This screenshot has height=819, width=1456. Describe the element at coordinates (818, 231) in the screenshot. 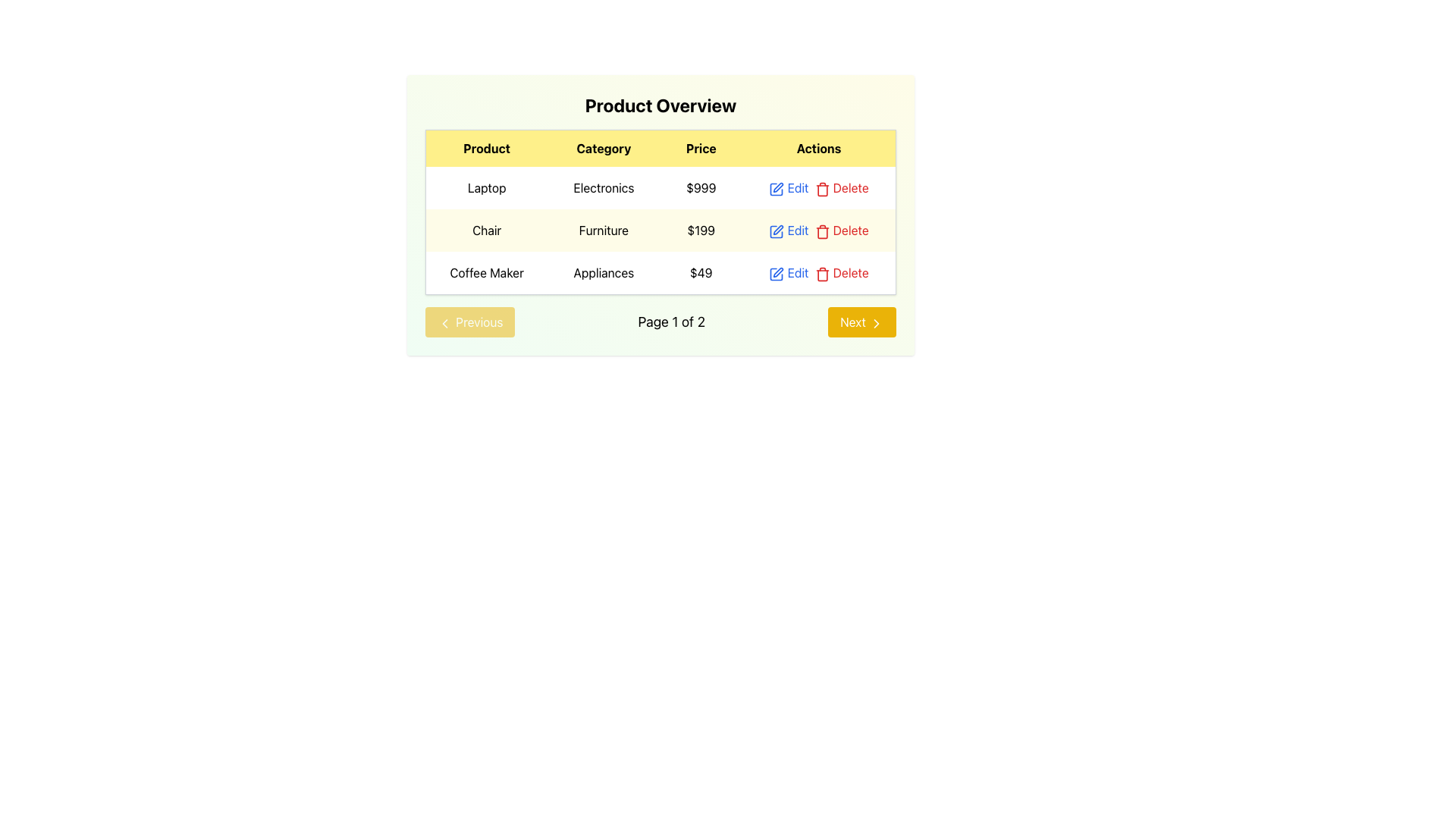

I see `the red 'Delete' button, which is part of a composite UI element containing 'Edit' and 'Delete' buttons, to trigger the hover effect` at that location.